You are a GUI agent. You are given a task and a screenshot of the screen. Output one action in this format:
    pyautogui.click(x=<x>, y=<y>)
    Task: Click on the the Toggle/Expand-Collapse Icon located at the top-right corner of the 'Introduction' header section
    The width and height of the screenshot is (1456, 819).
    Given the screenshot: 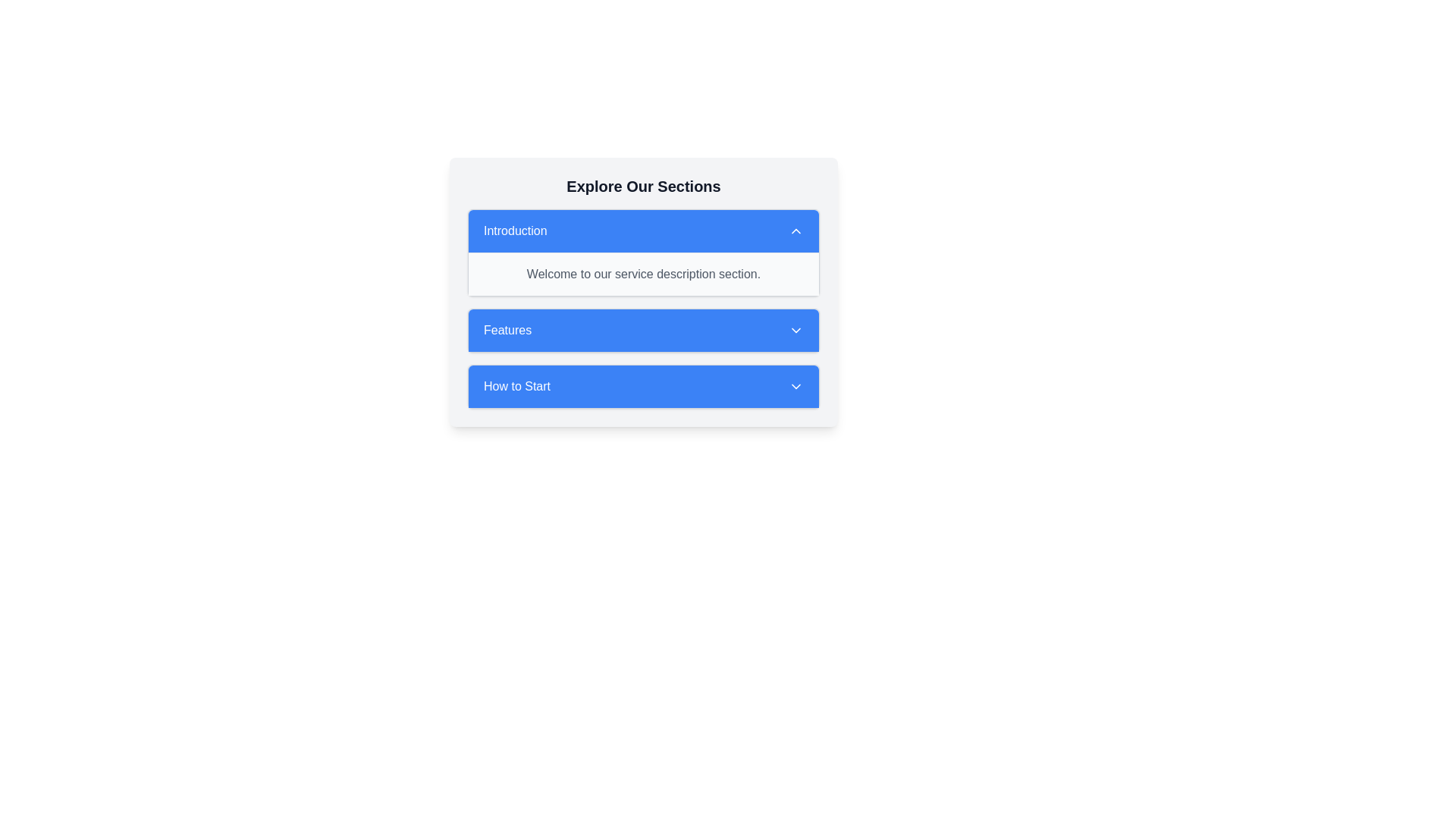 What is the action you would take?
    pyautogui.click(x=795, y=231)
    